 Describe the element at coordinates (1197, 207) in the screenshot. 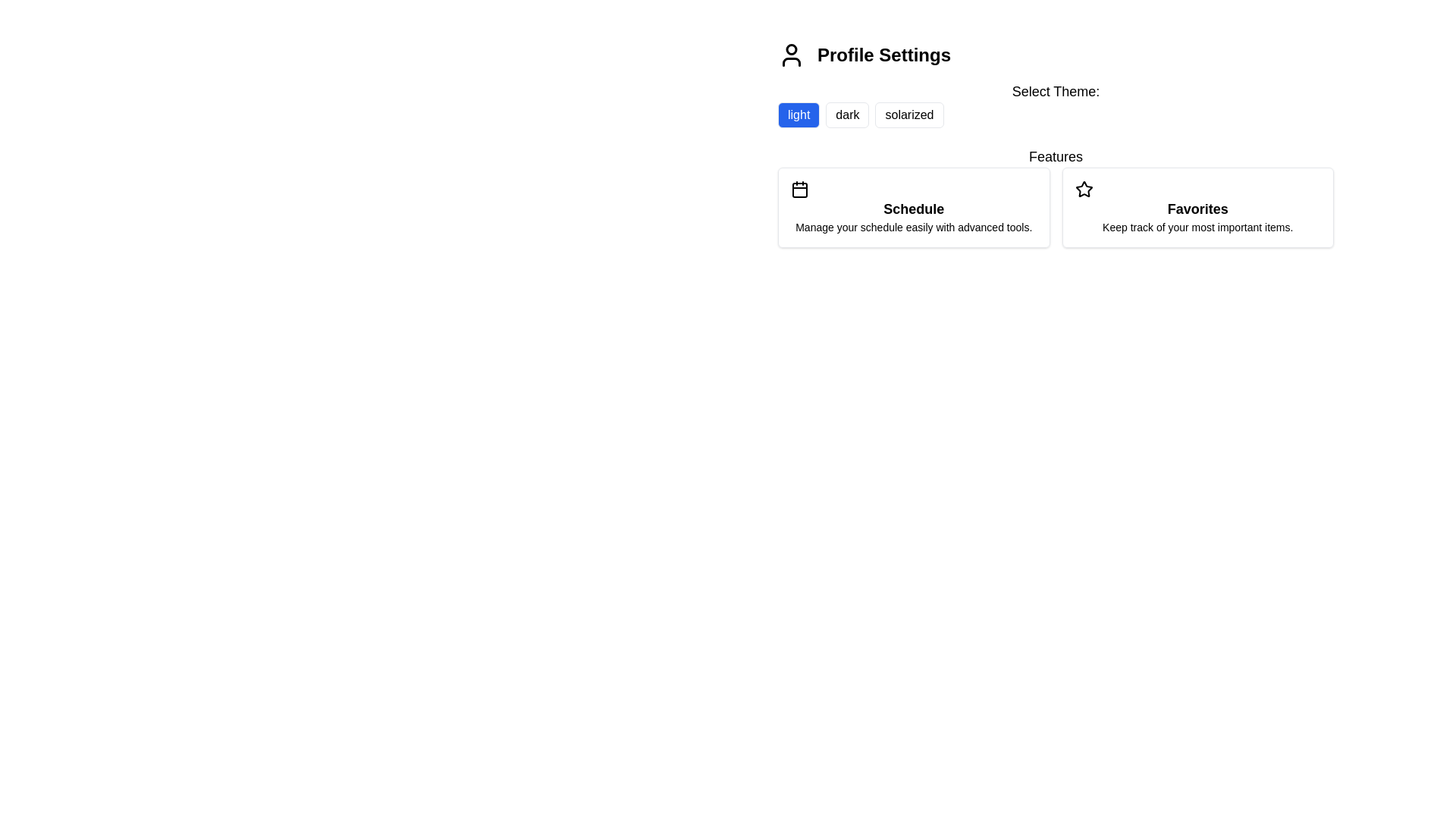

I see `the 'Favorites' informational card located in the second column of the grid layout under the 'Features' section` at that location.